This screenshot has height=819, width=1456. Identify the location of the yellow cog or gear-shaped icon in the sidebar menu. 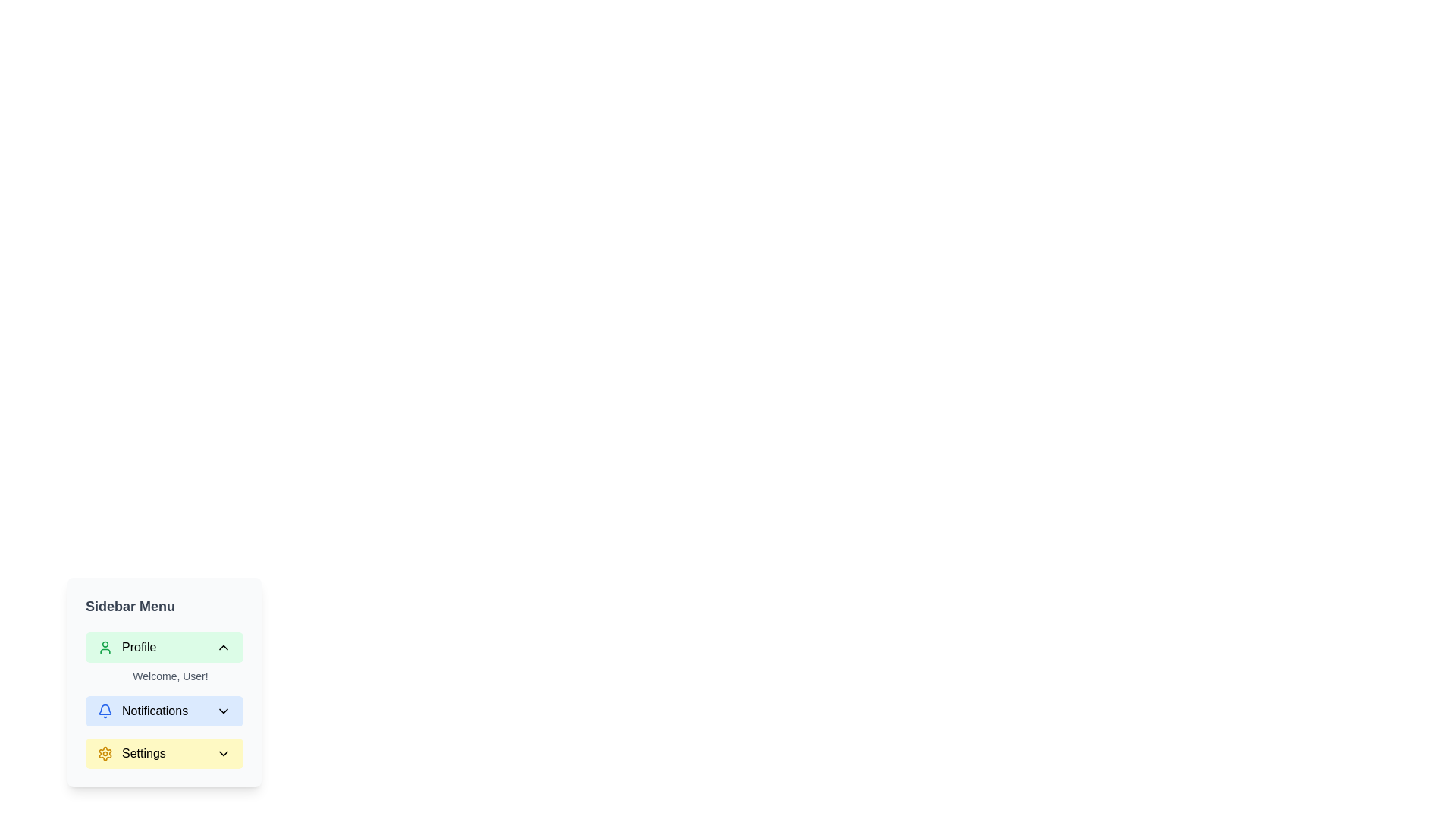
(105, 754).